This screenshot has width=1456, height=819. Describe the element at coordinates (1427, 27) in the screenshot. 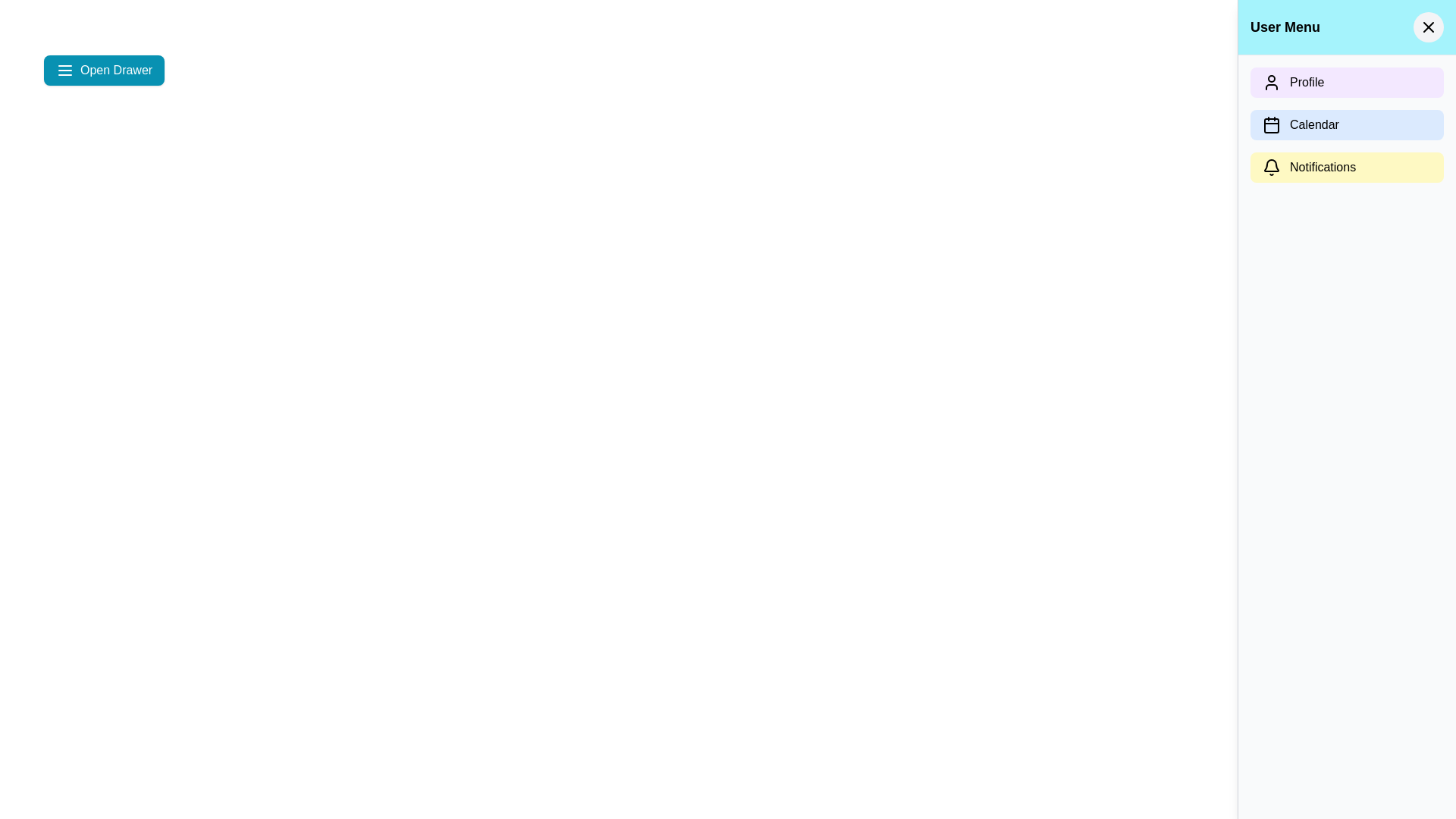

I see `the close icon button in the header to close the drawer` at that location.